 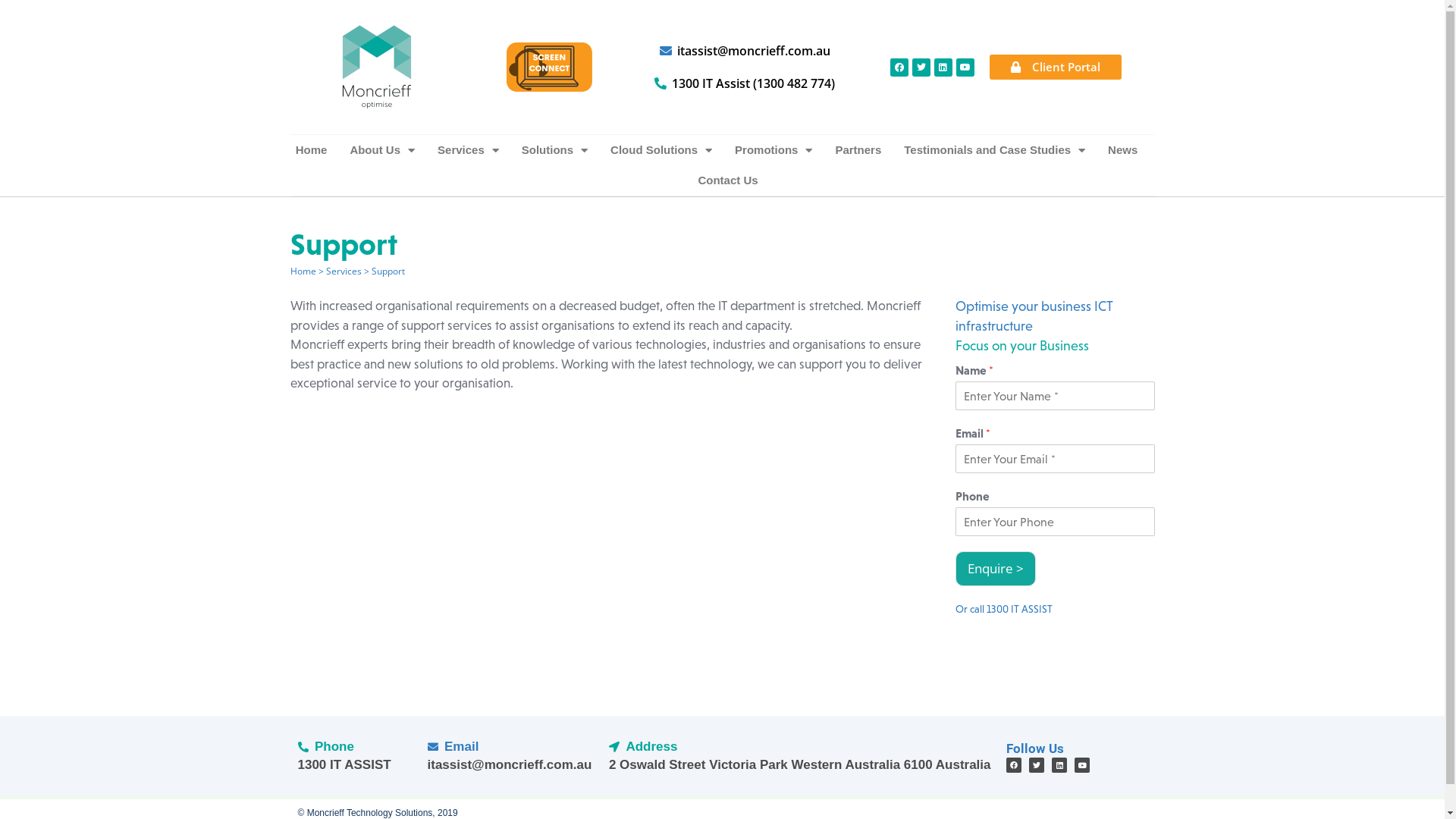 I want to click on 'Home', so click(x=311, y=149).